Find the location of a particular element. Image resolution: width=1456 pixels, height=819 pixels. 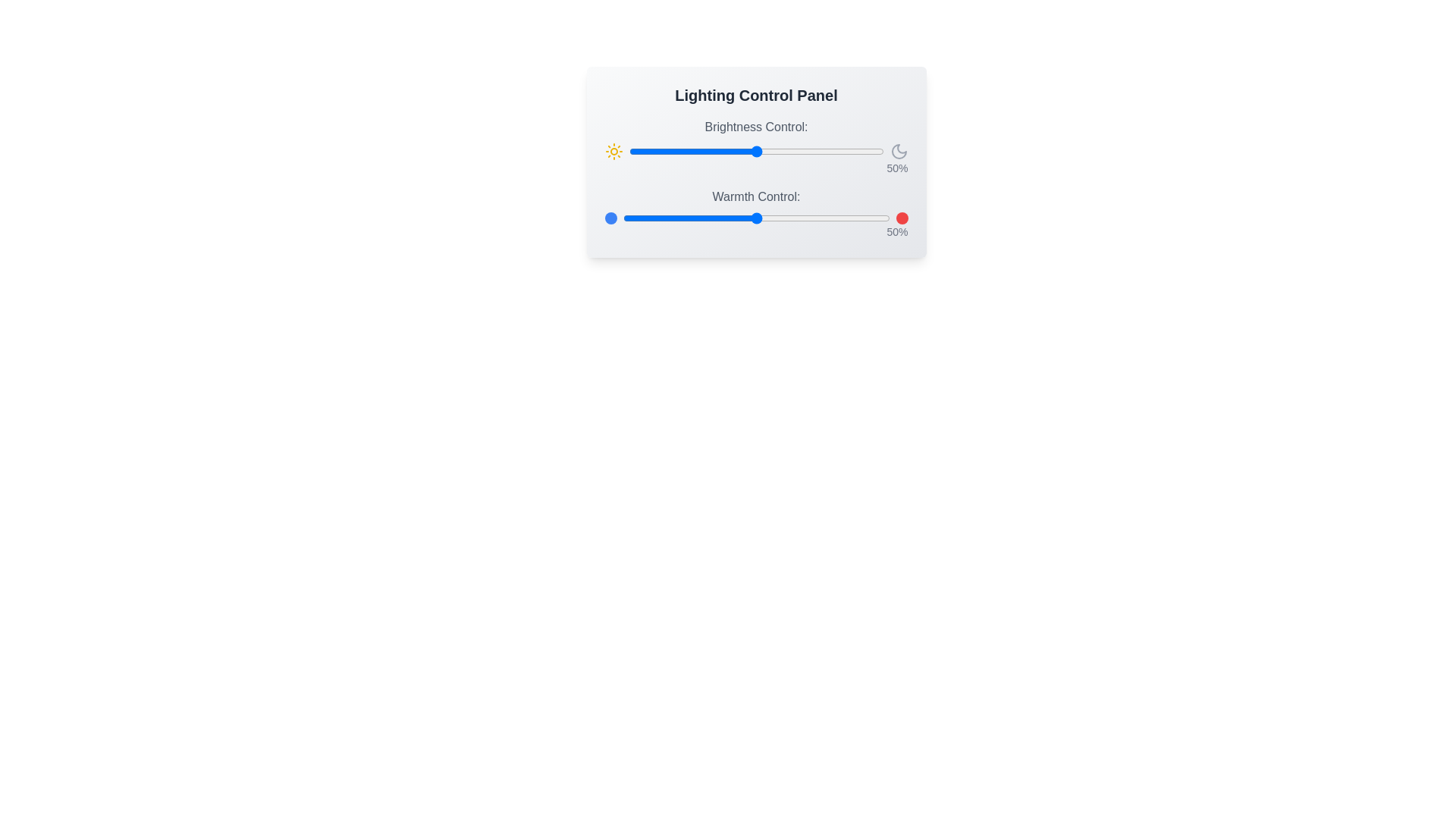

brightness is located at coordinates (644, 152).